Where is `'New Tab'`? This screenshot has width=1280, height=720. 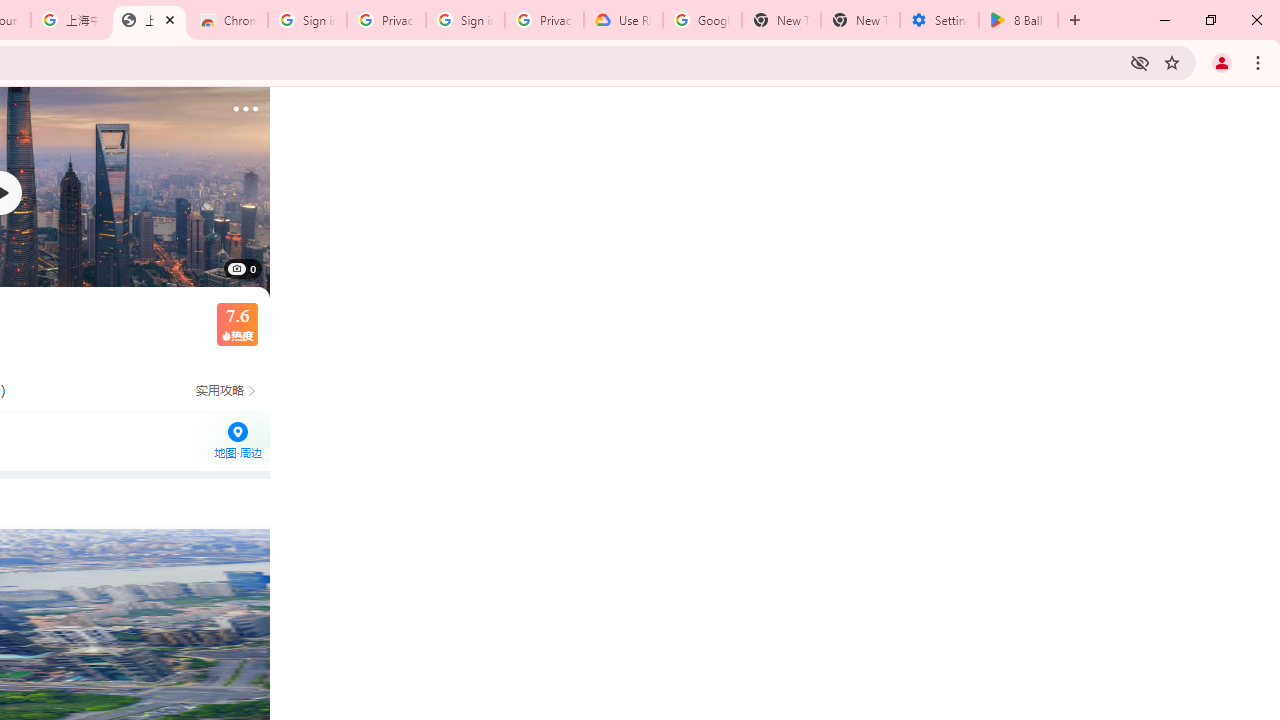 'New Tab' is located at coordinates (860, 20).